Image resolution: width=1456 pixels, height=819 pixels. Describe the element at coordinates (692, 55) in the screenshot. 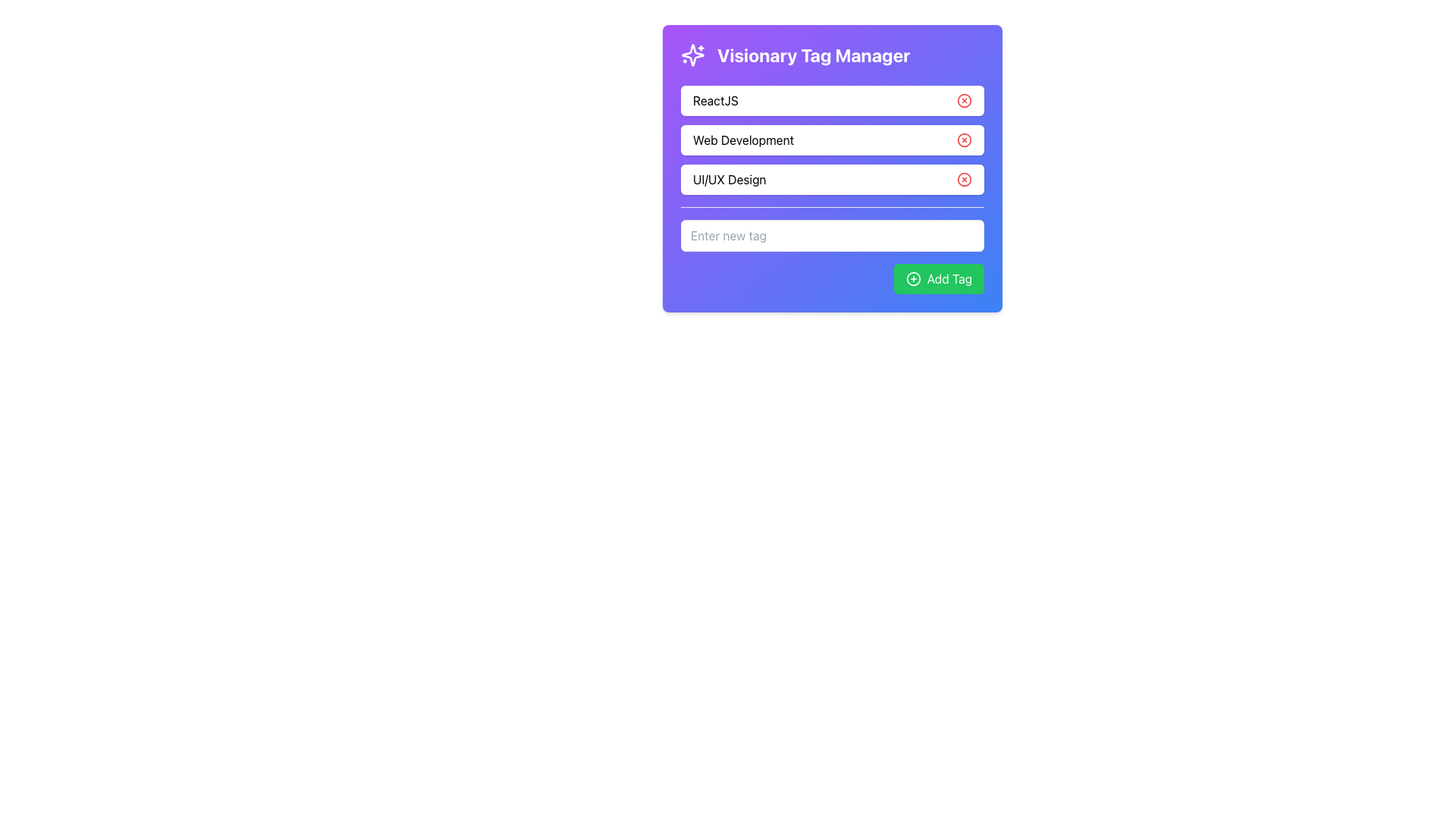

I see `the star-like decorative icon with sharp edges, which is white on a purple background, located at the top-left corner of the 'Visionary Tag Manager' panel` at that location.